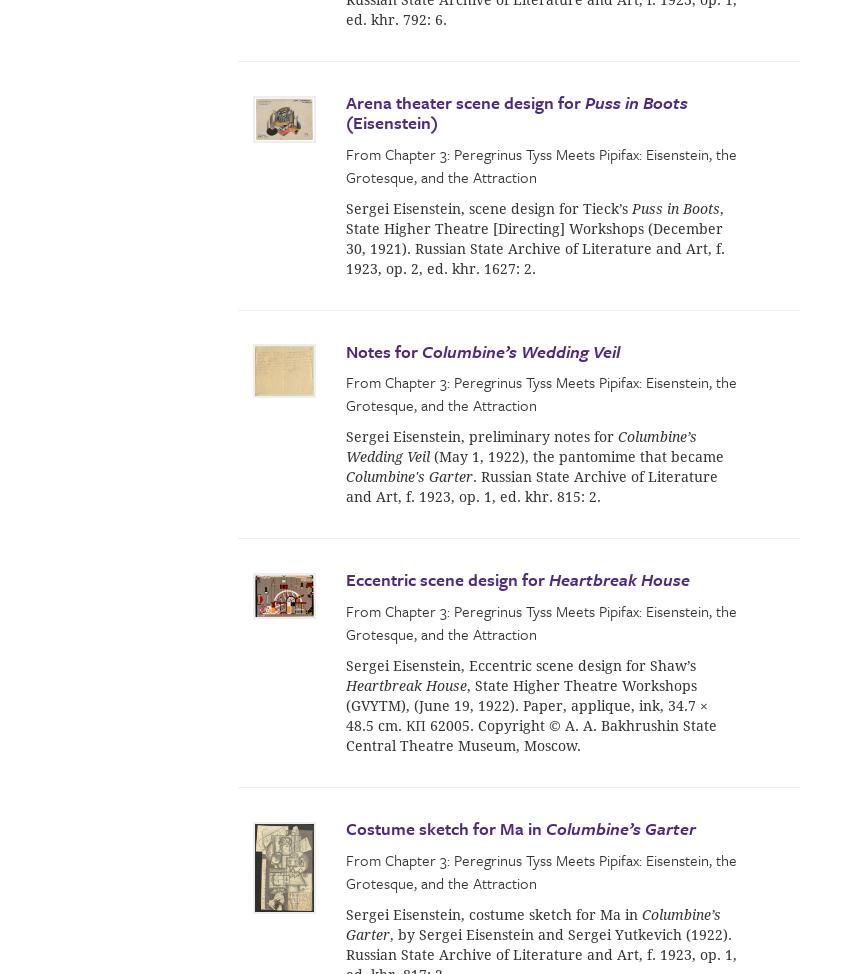  I want to click on 'Sergei Eisenstein, scene design for Tieck’s', so click(345, 208).